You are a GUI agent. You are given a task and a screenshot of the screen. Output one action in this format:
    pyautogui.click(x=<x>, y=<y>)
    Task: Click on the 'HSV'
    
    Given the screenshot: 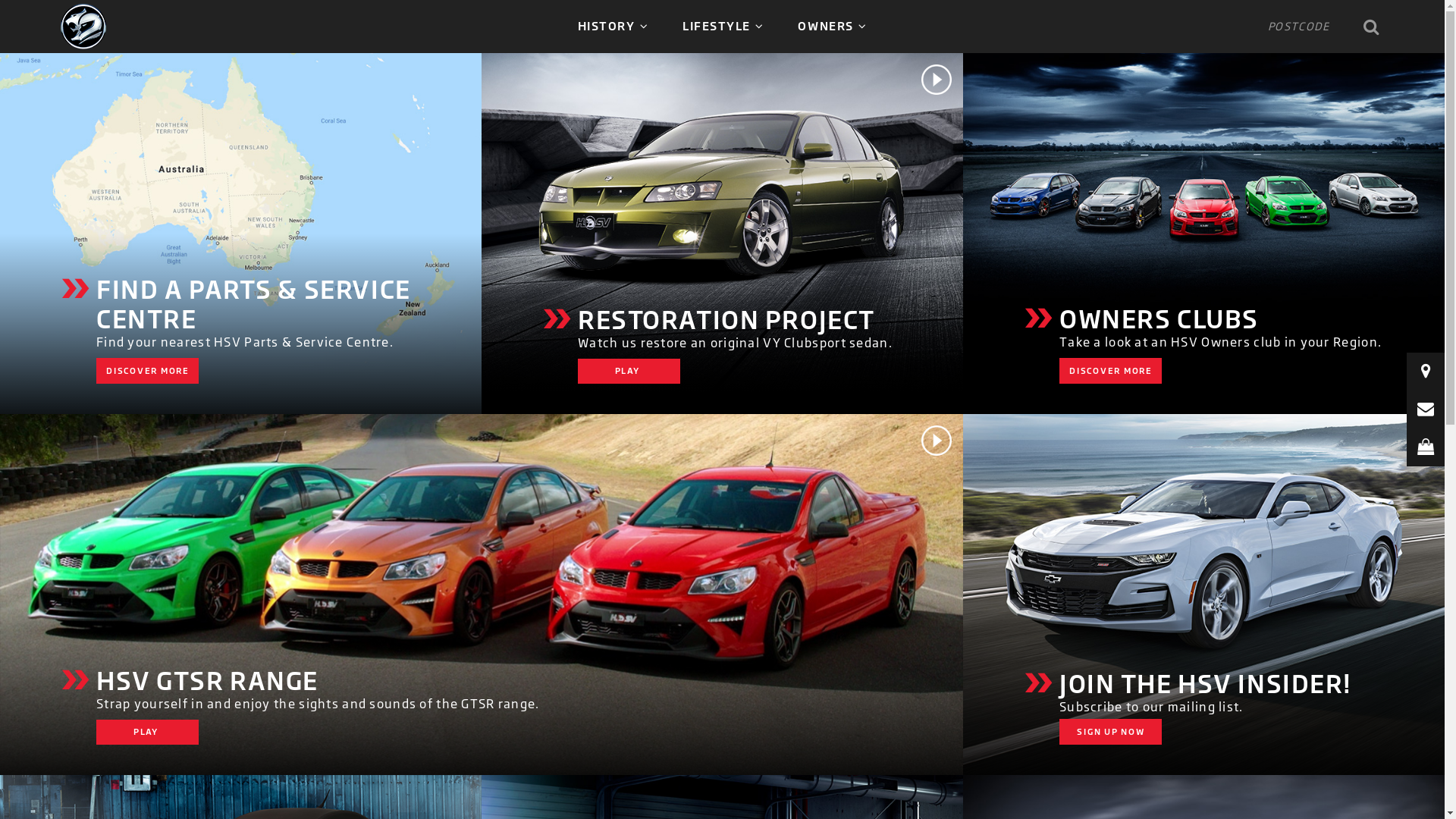 What is the action you would take?
    pyautogui.click(x=83, y=26)
    